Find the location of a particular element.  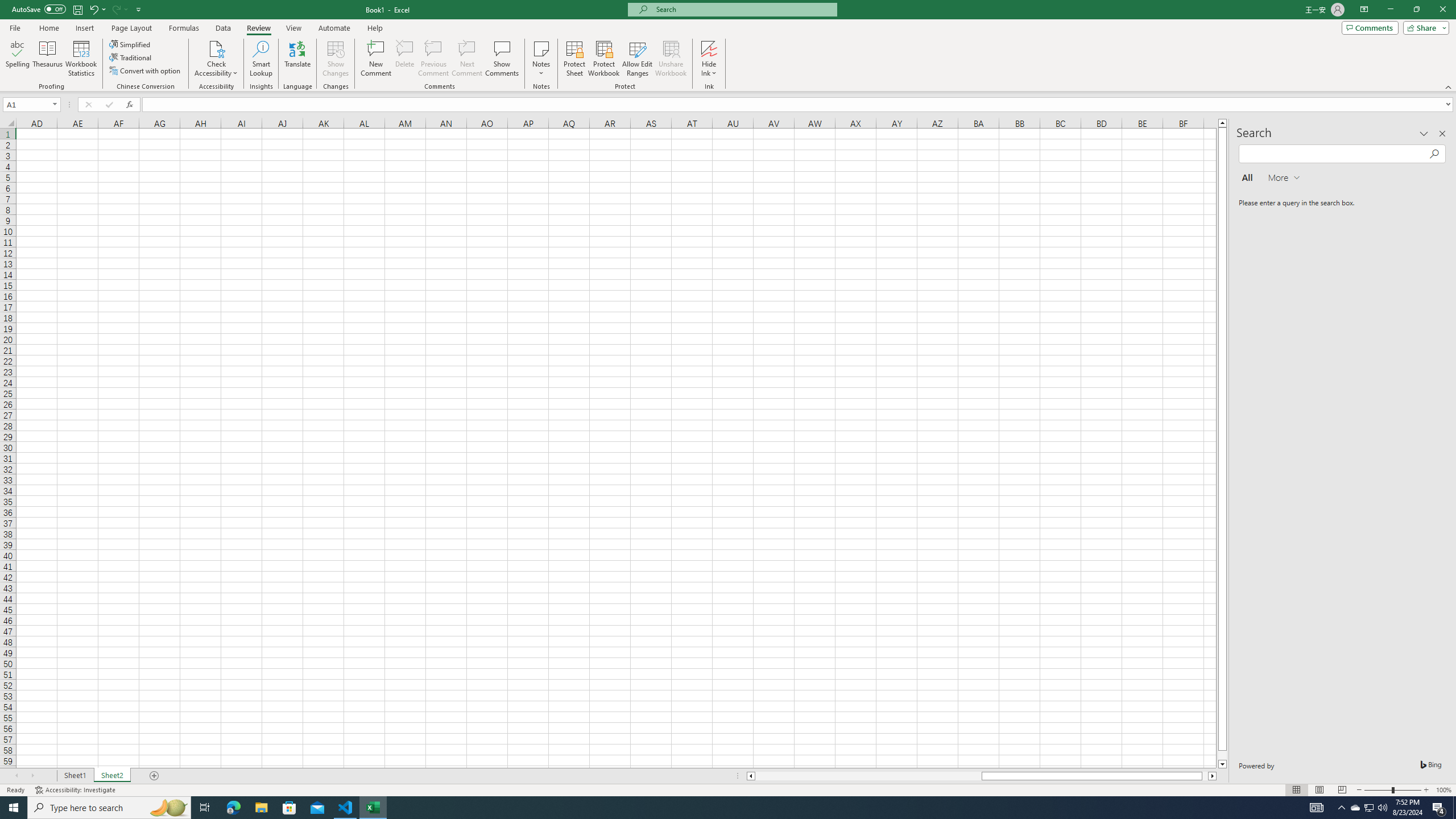

'Next Comment' is located at coordinates (466, 59).